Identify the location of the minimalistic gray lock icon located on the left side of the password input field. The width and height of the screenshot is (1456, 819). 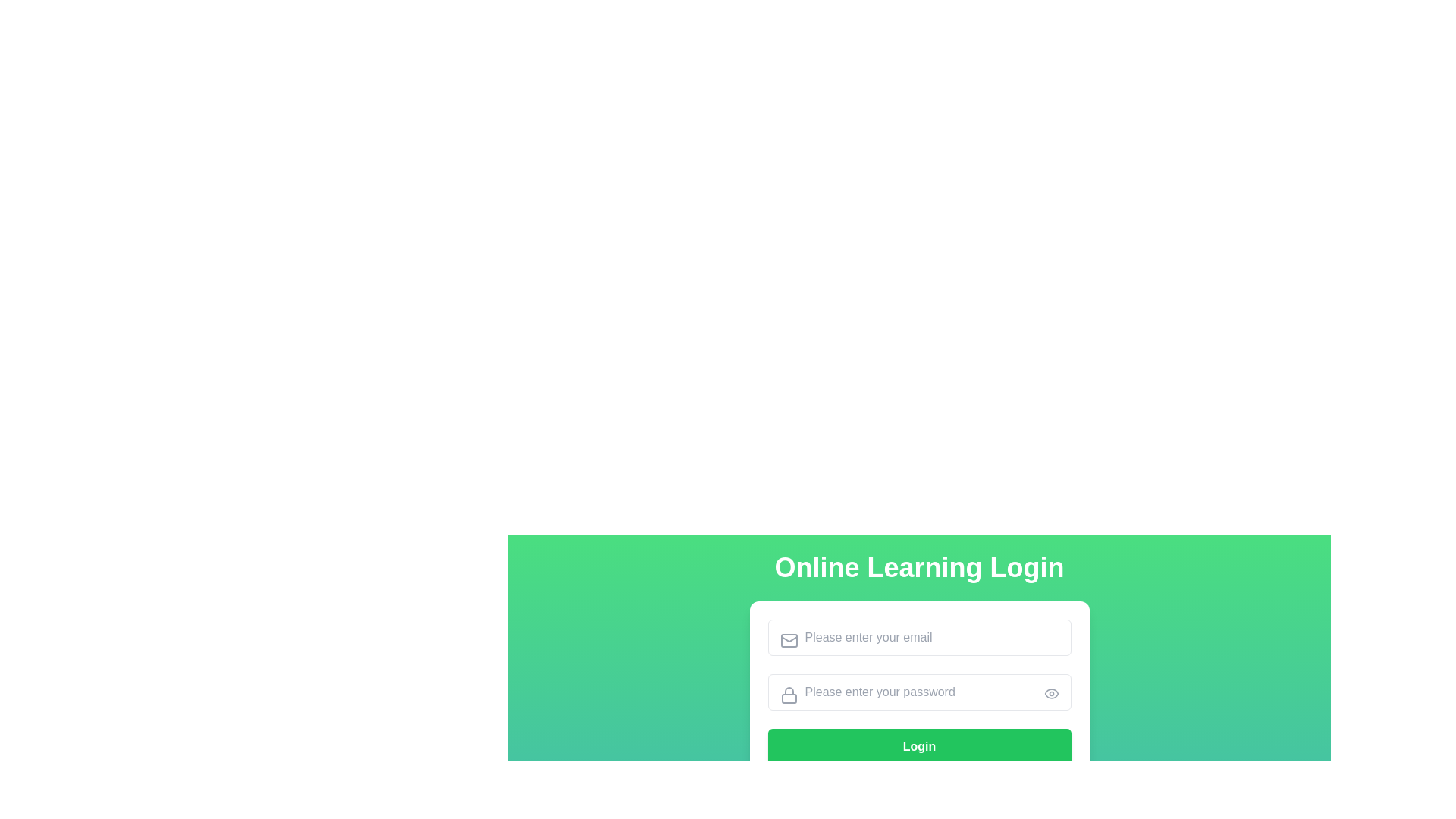
(789, 695).